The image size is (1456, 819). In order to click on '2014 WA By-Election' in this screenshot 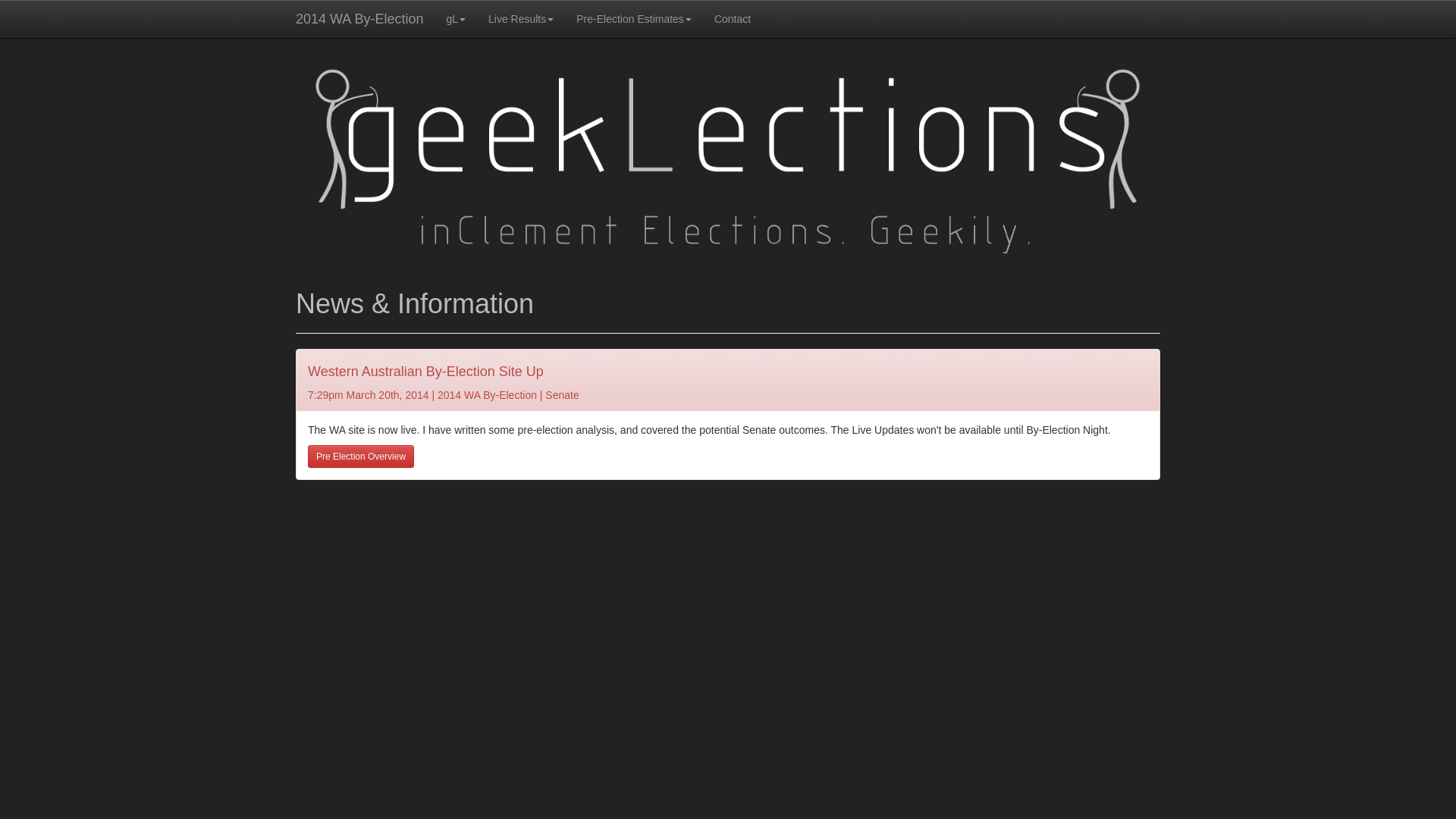, I will do `click(359, 18)`.